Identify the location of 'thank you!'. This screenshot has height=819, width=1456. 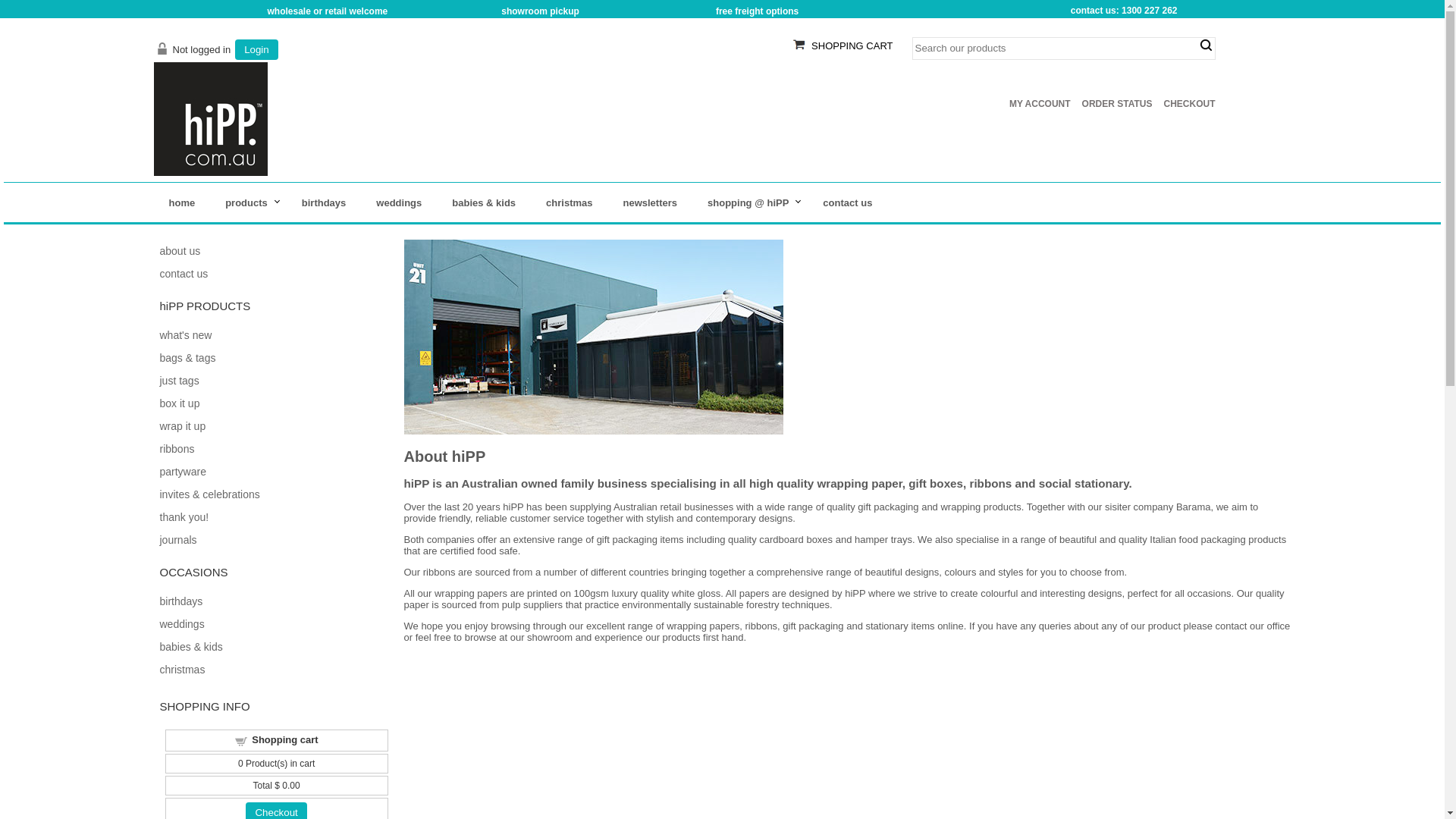
(183, 516).